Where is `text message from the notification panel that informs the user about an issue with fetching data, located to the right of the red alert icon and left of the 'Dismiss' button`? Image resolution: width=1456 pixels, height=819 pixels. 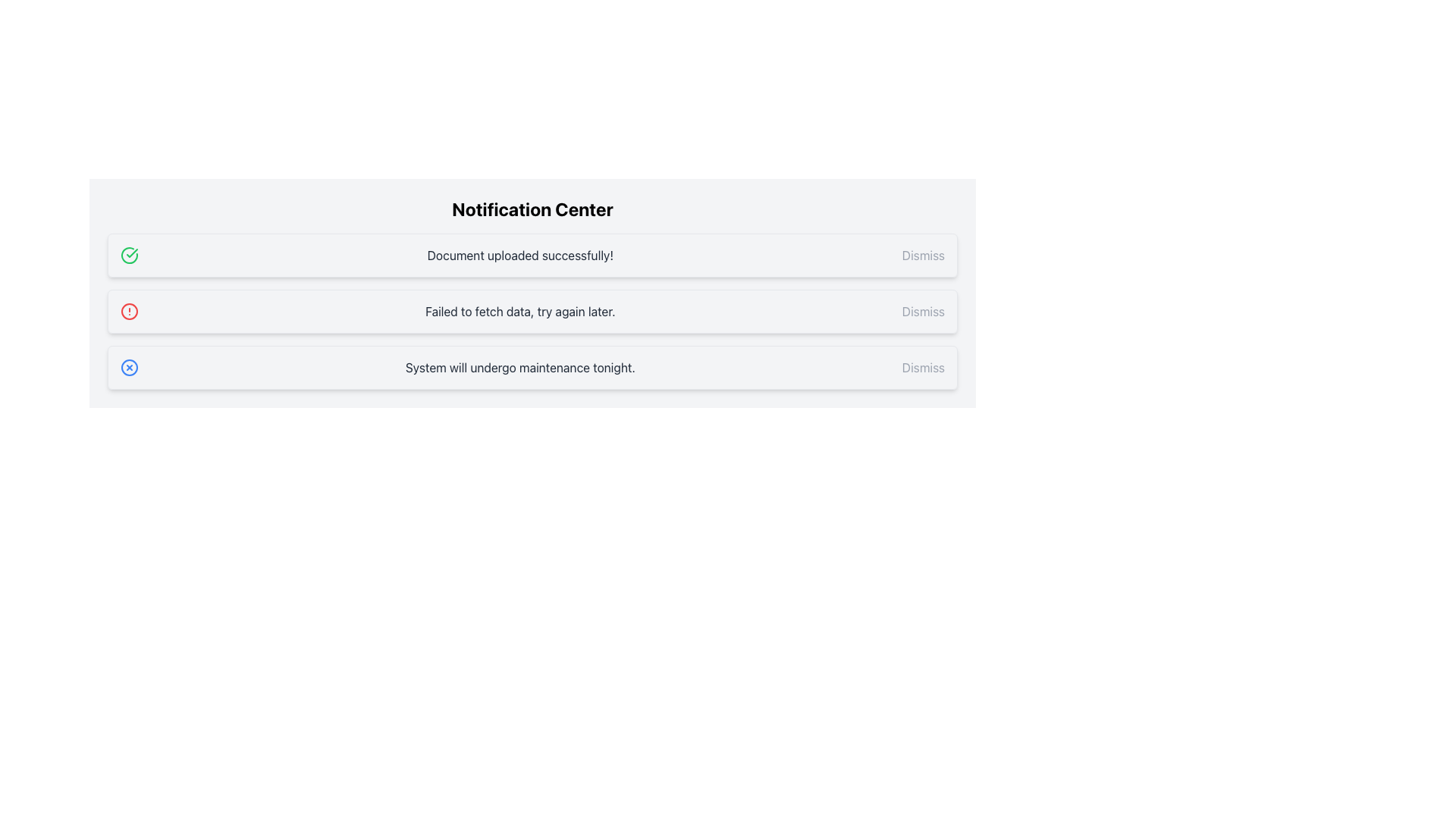 text message from the notification panel that informs the user about an issue with fetching data, located to the right of the red alert icon and left of the 'Dismiss' button is located at coordinates (520, 311).